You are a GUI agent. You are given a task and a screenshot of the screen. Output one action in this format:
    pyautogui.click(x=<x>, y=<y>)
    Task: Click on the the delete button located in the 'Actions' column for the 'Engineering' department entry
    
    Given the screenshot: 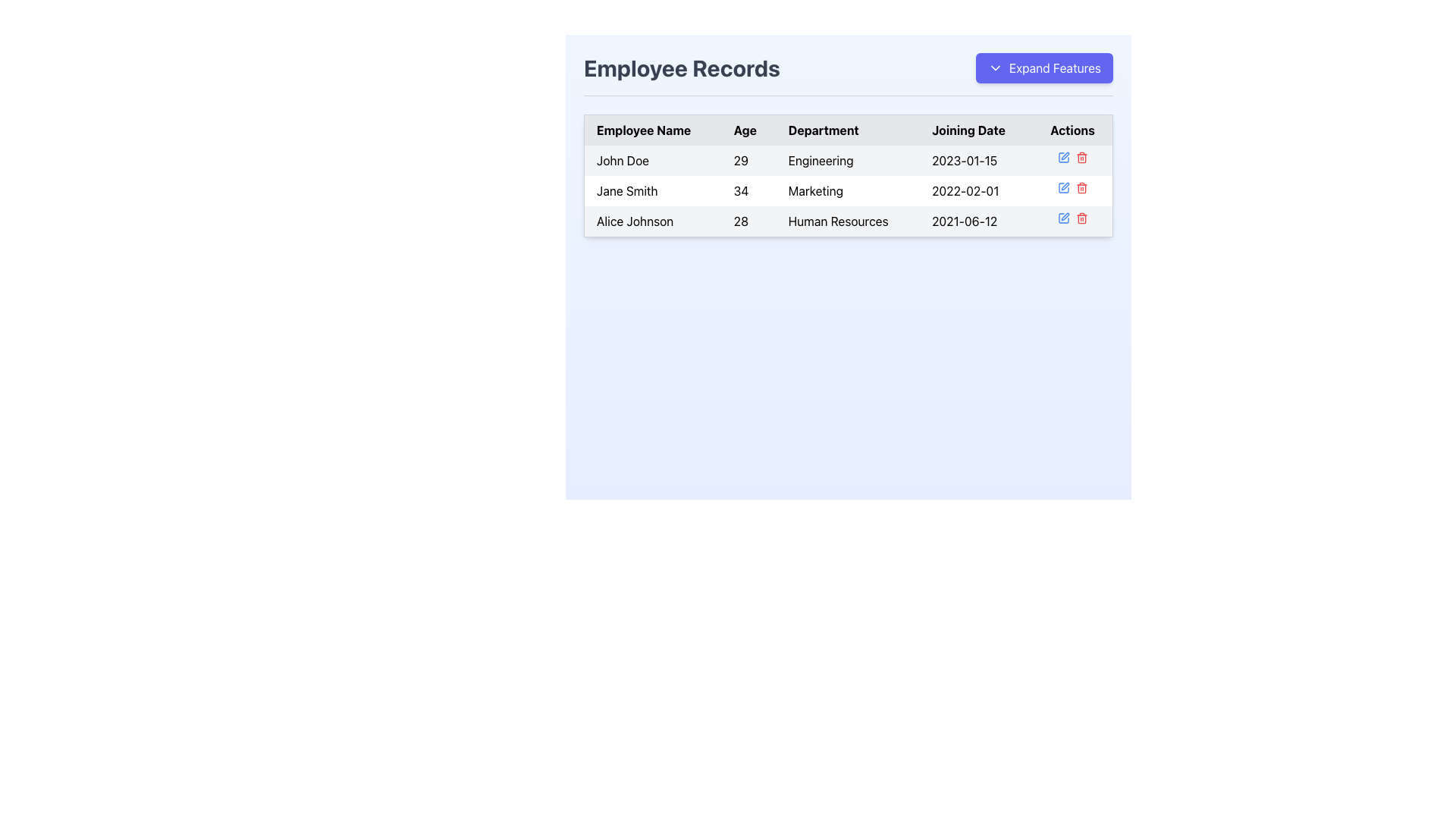 What is the action you would take?
    pyautogui.click(x=1081, y=158)
    